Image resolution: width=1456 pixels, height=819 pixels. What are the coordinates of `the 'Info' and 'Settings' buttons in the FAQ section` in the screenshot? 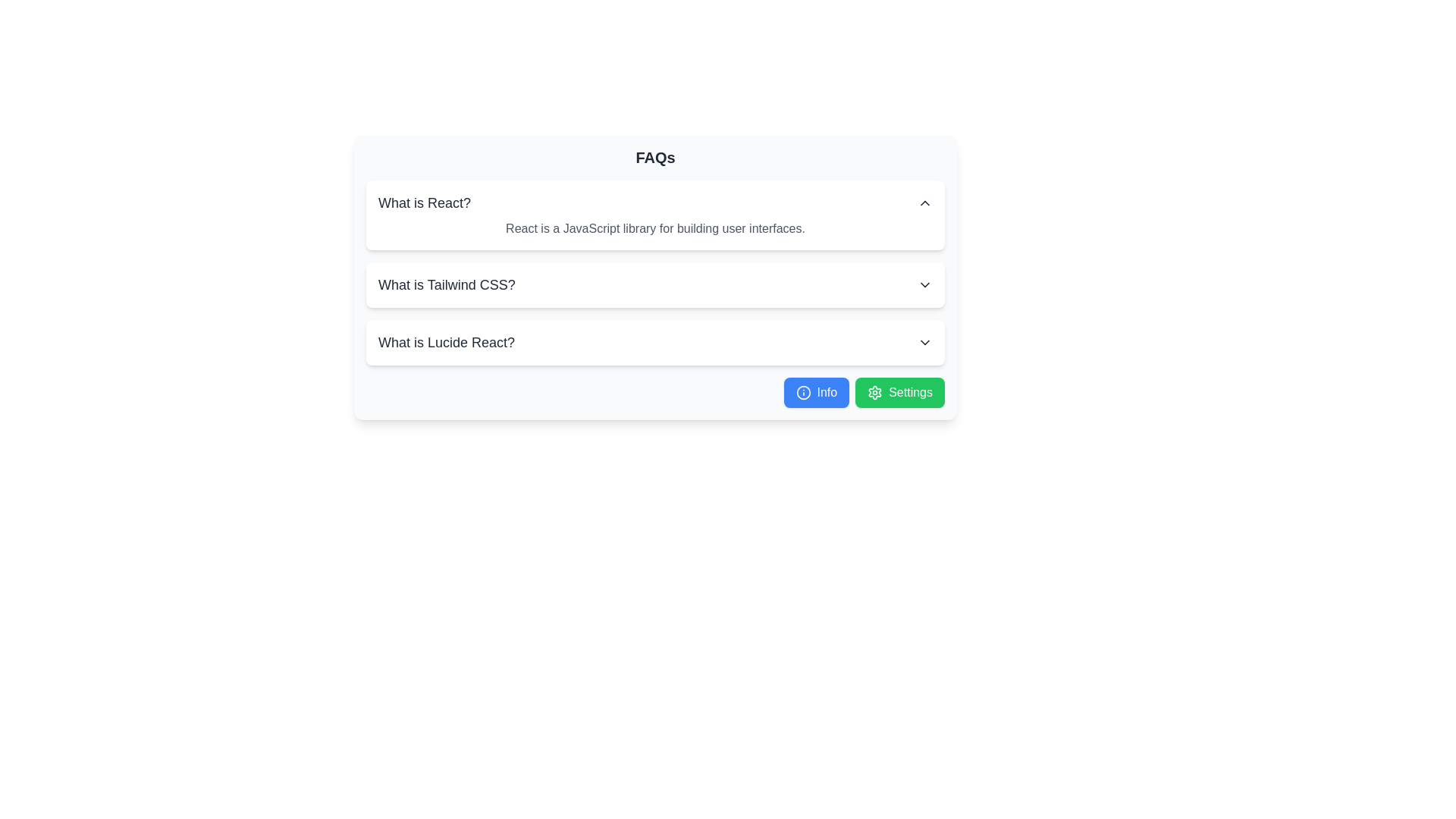 It's located at (655, 278).